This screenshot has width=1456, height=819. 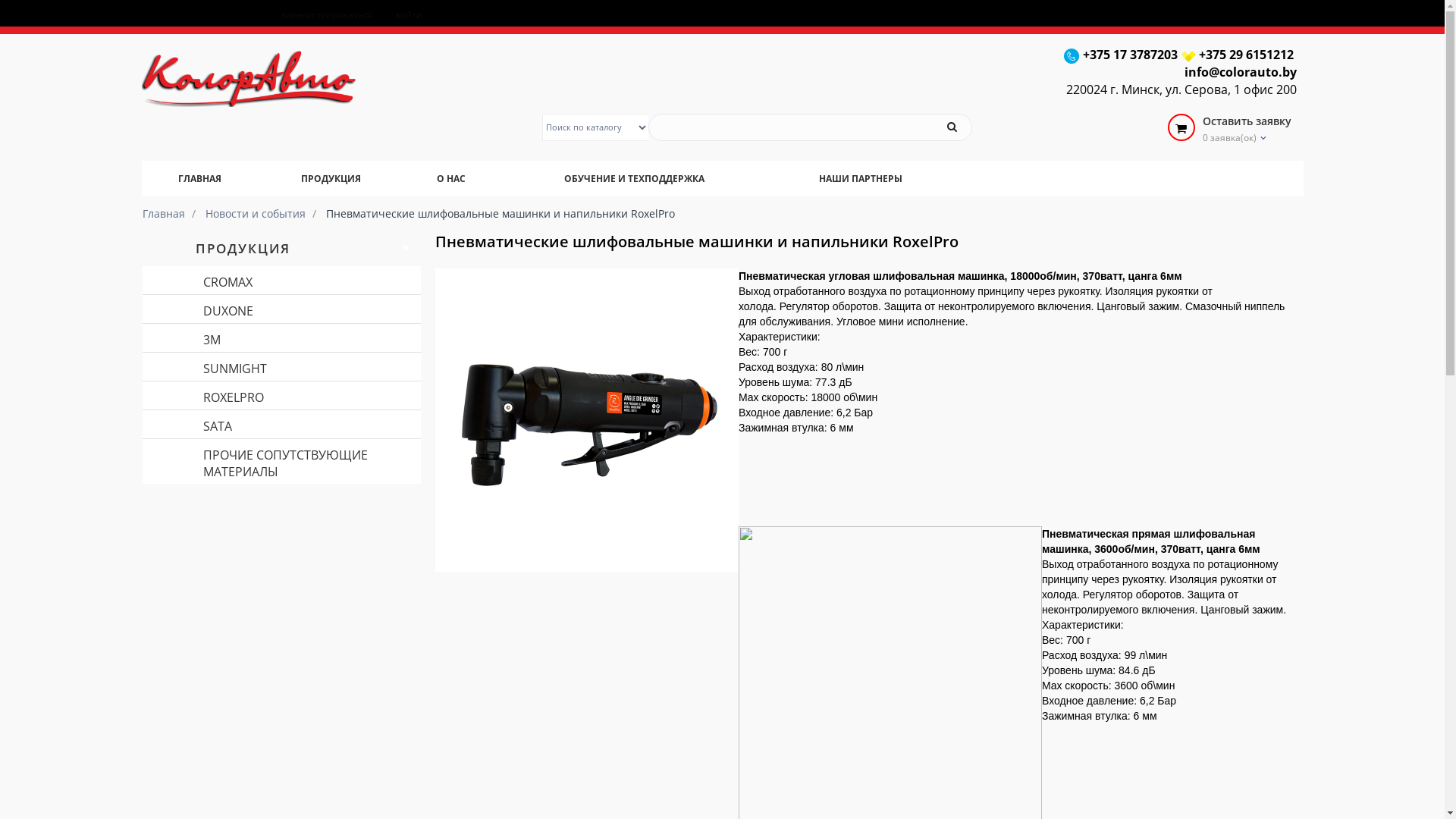 I want to click on 'info@colorauto.by', so click(x=1183, y=72).